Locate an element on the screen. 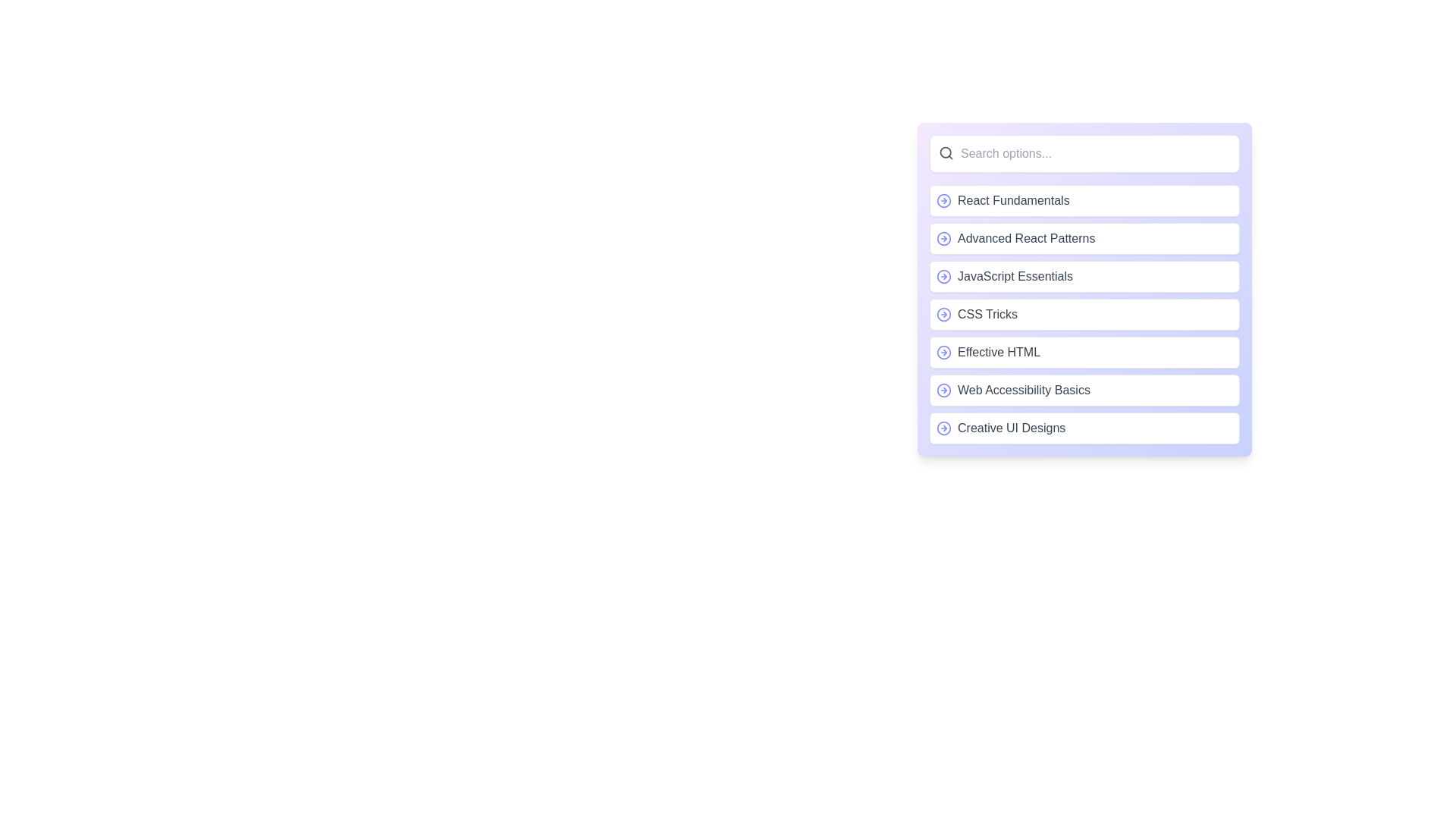 This screenshot has height=819, width=1456. the third clickable list item for 'JavaScript Essentials' located centrally in the right panel, positioned below 'Advanced React Patterns' and above 'CSS Tricks' is located at coordinates (1084, 289).